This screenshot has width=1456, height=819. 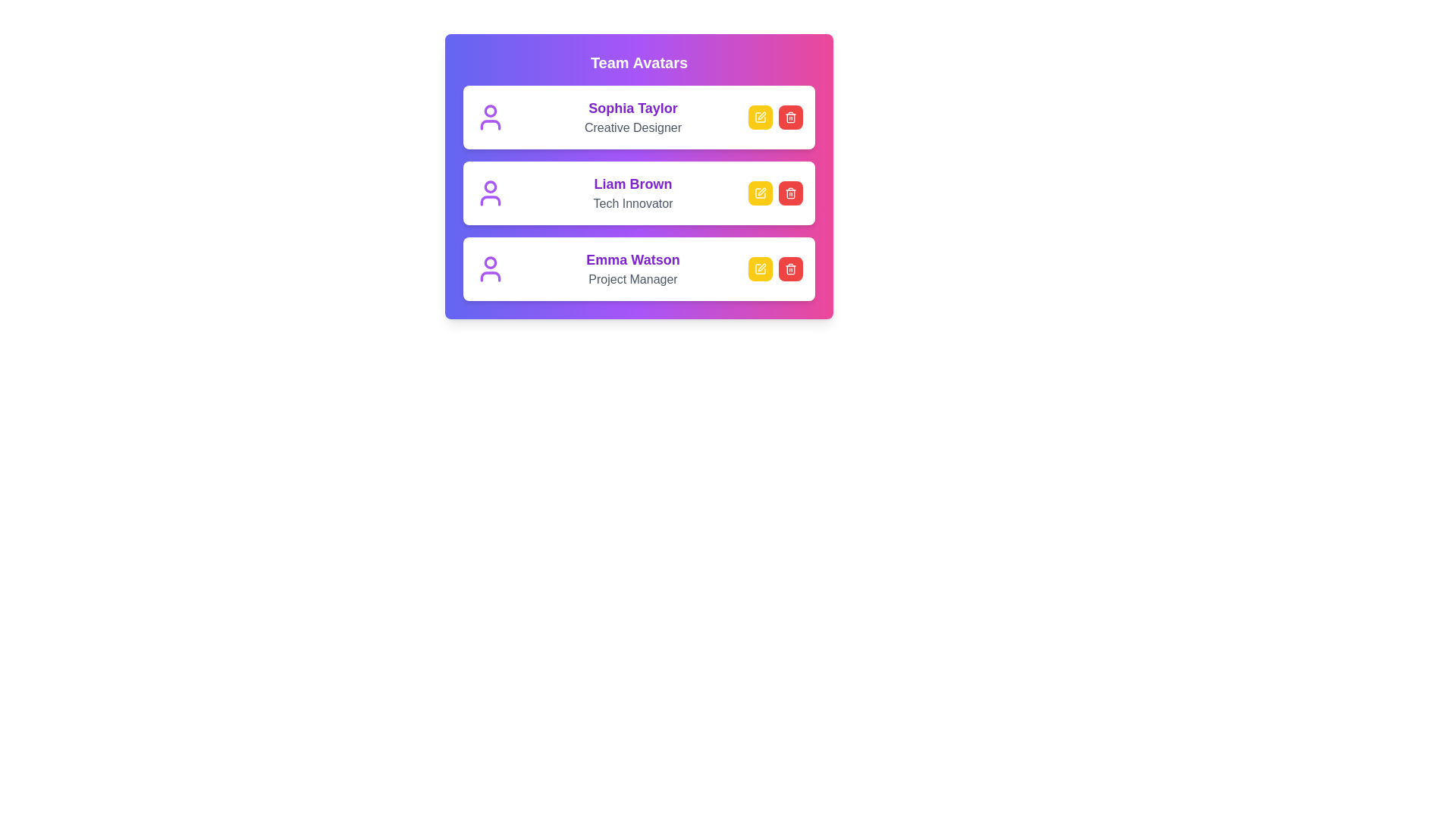 What do you see at coordinates (633, 127) in the screenshot?
I see `the text label 'Creative Designer' located beneath 'Sophia Taylor' to potentially trigger more details` at bounding box center [633, 127].